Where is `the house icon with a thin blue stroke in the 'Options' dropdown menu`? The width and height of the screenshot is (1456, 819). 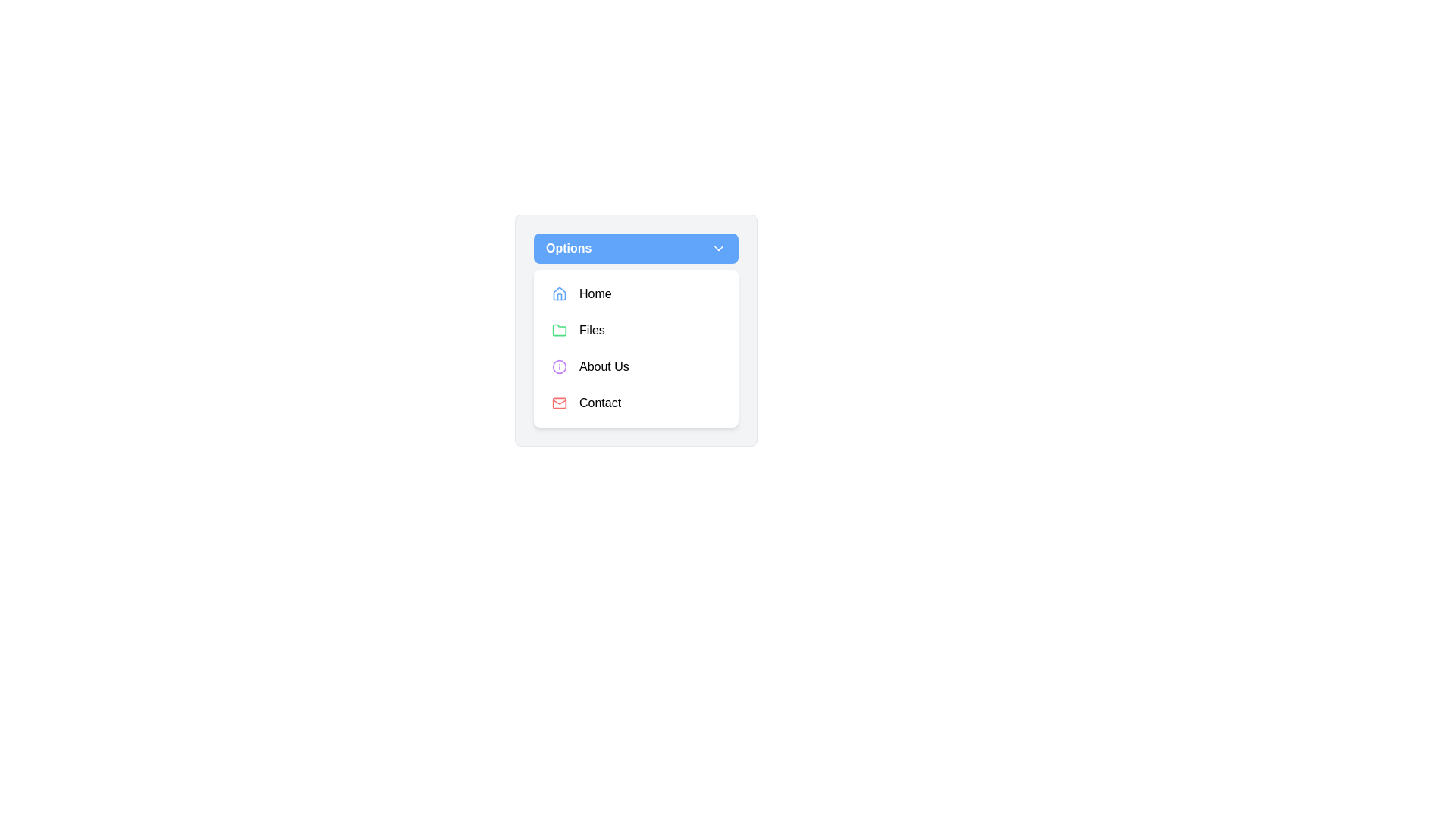 the house icon with a thin blue stroke in the 'Options' dropdown menu is located at coordinates (559, 293).